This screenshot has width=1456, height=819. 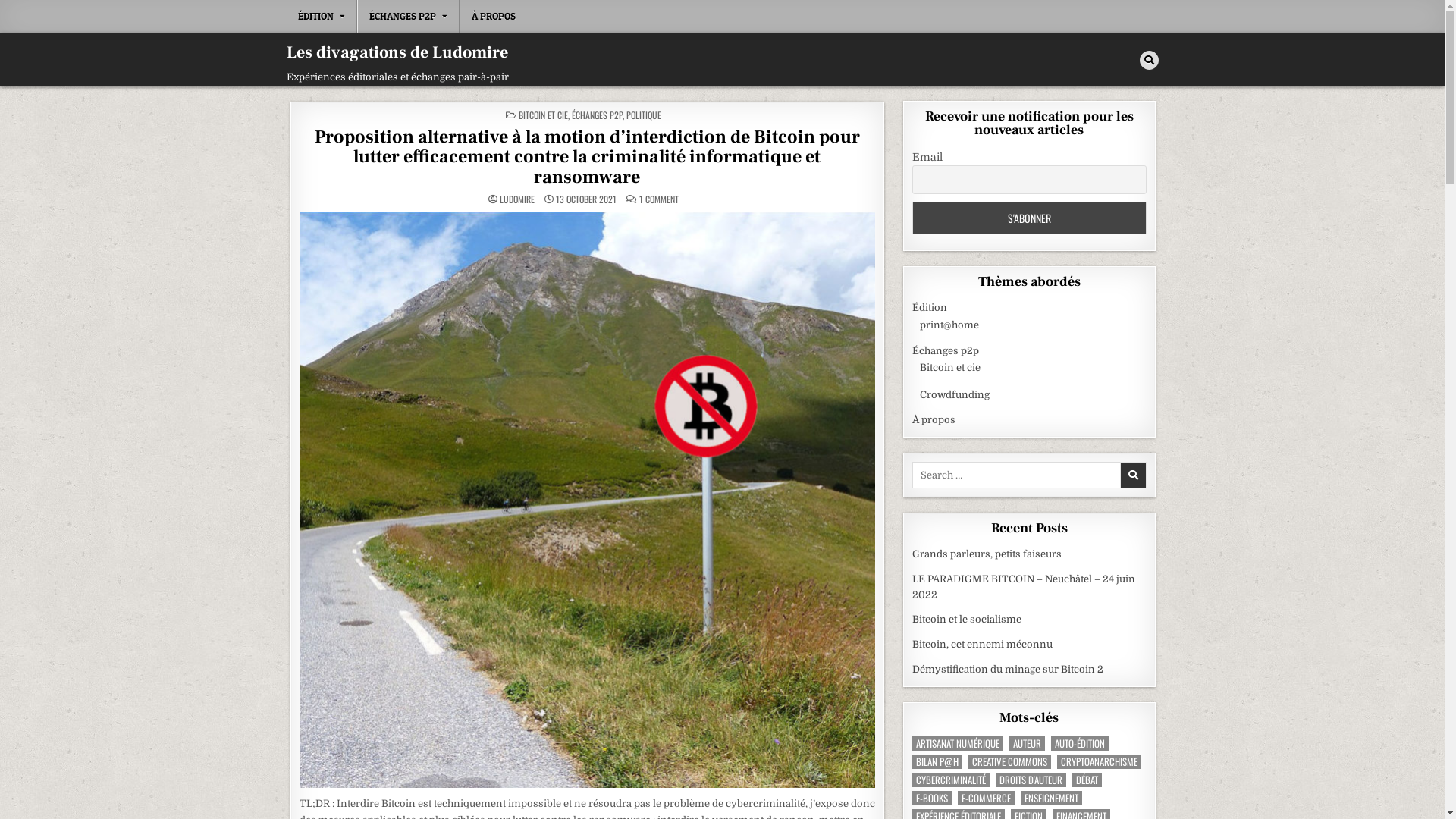 I want to click on 'Grands parleurs, petits faiseurs', so click(x=987, y=554).